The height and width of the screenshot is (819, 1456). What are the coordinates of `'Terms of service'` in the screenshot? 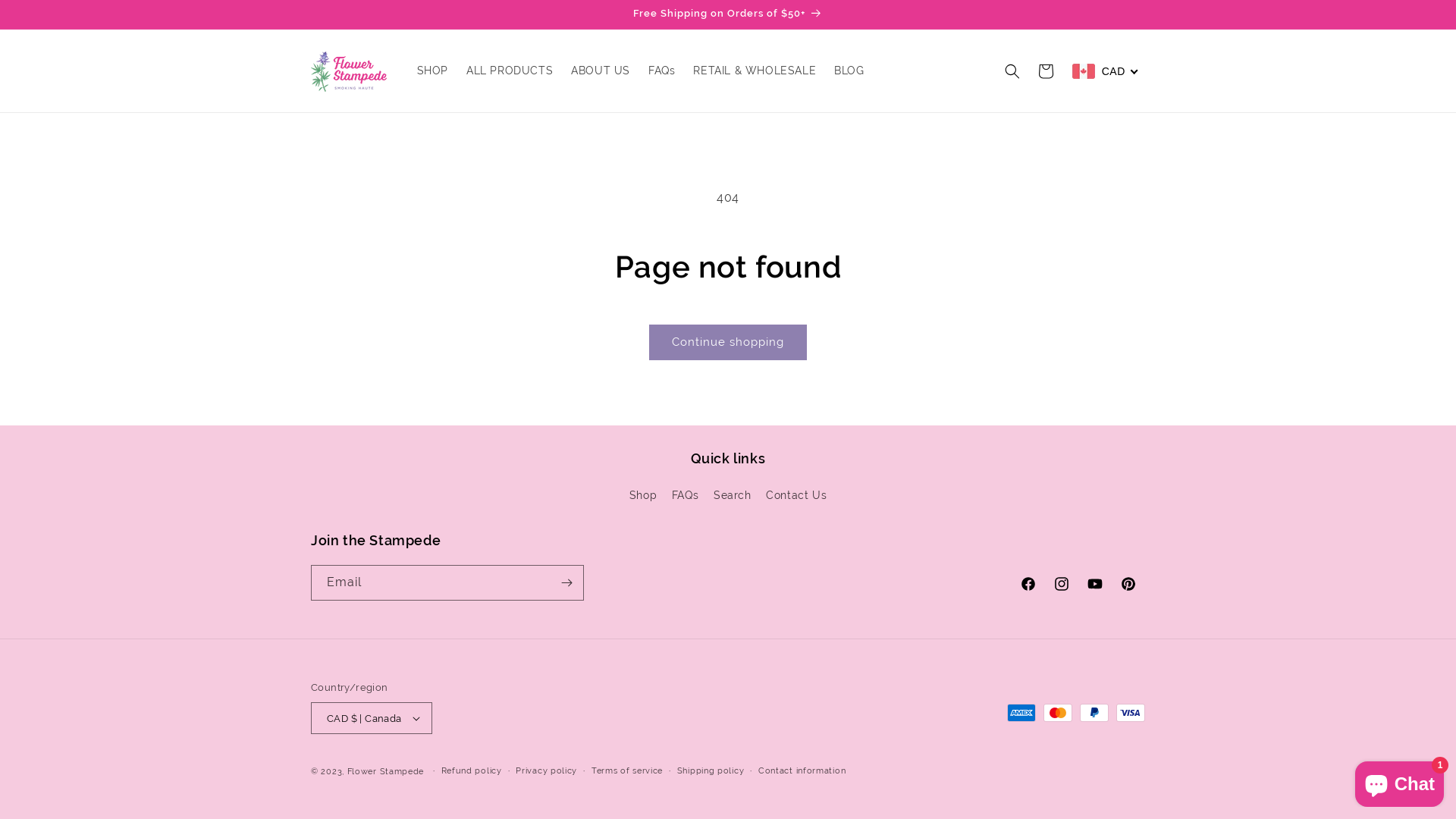 It's located at (626, 771).